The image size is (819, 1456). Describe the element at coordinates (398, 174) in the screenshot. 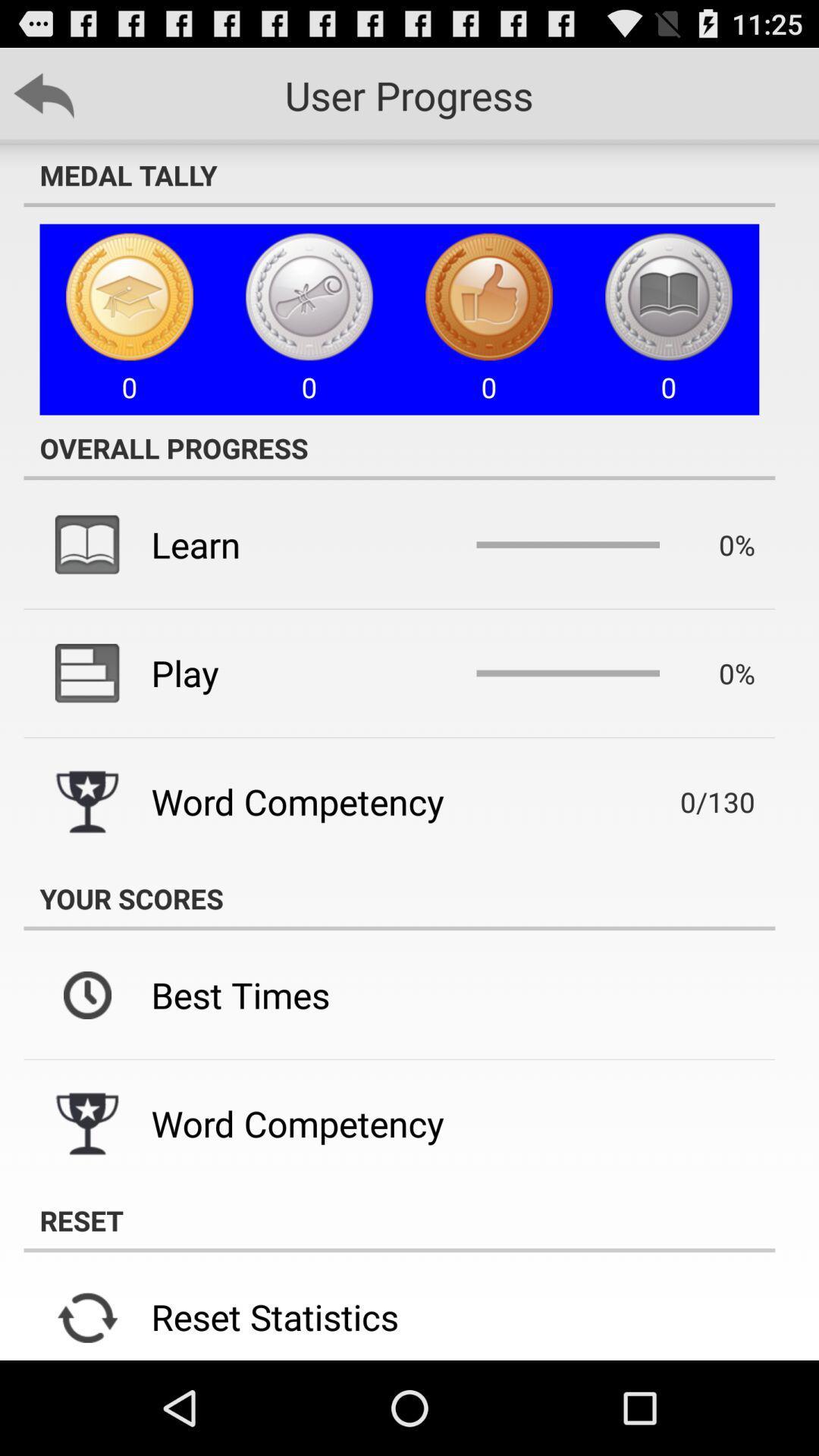

I see `the medal tally` at that location.